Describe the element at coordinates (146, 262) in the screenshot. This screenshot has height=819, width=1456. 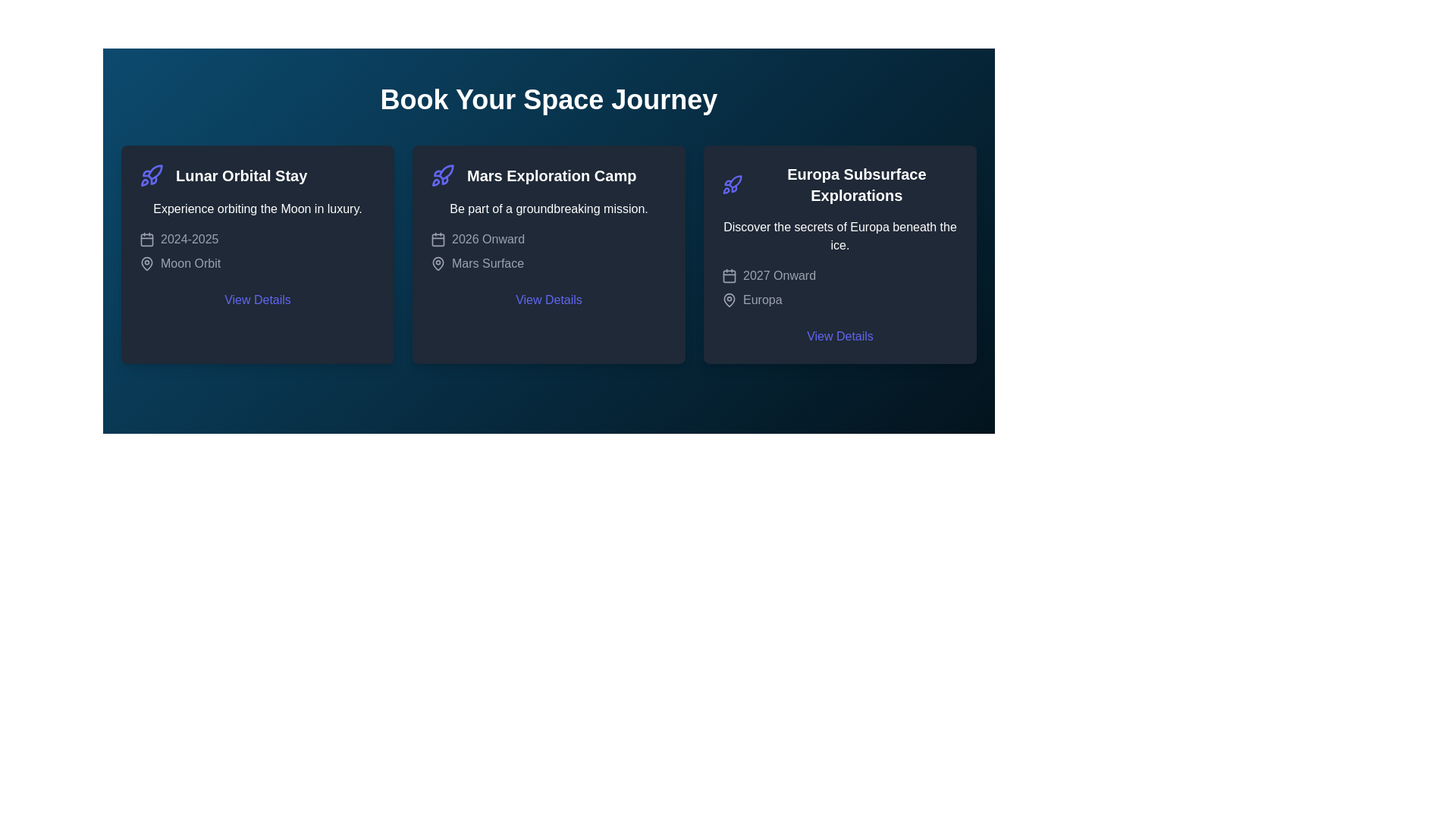
I see `the gray outlined location pin icon next to the text 'Moon Orbit' in the 'Lunar Orbital Stay' section` at that location.